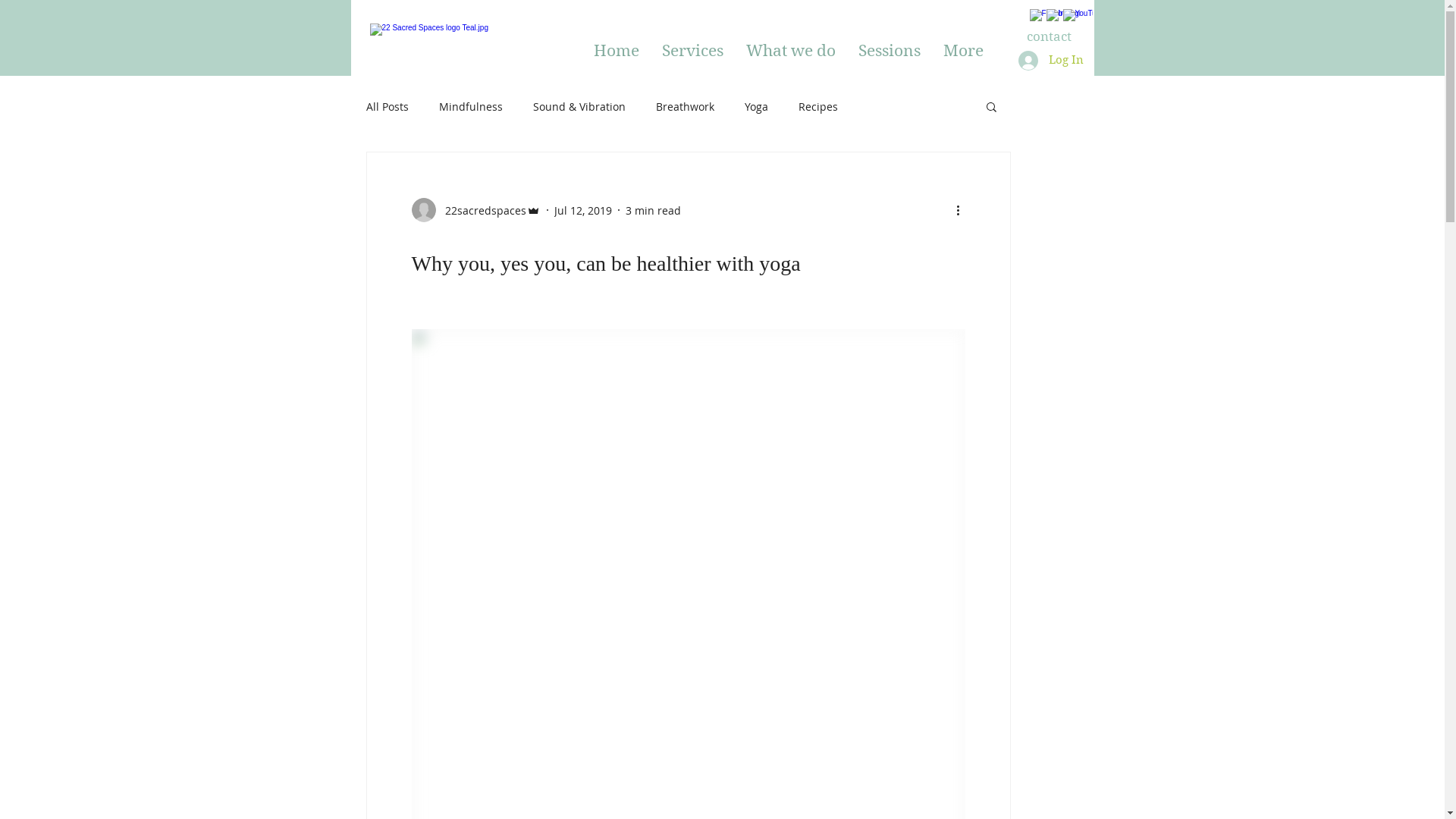 The height and width of the screenshot is (819, 1456). What do you see at coordinates (475, 210) in the screenshot?
I see `'22sacredspaces'` at bounding box center [475, 210].